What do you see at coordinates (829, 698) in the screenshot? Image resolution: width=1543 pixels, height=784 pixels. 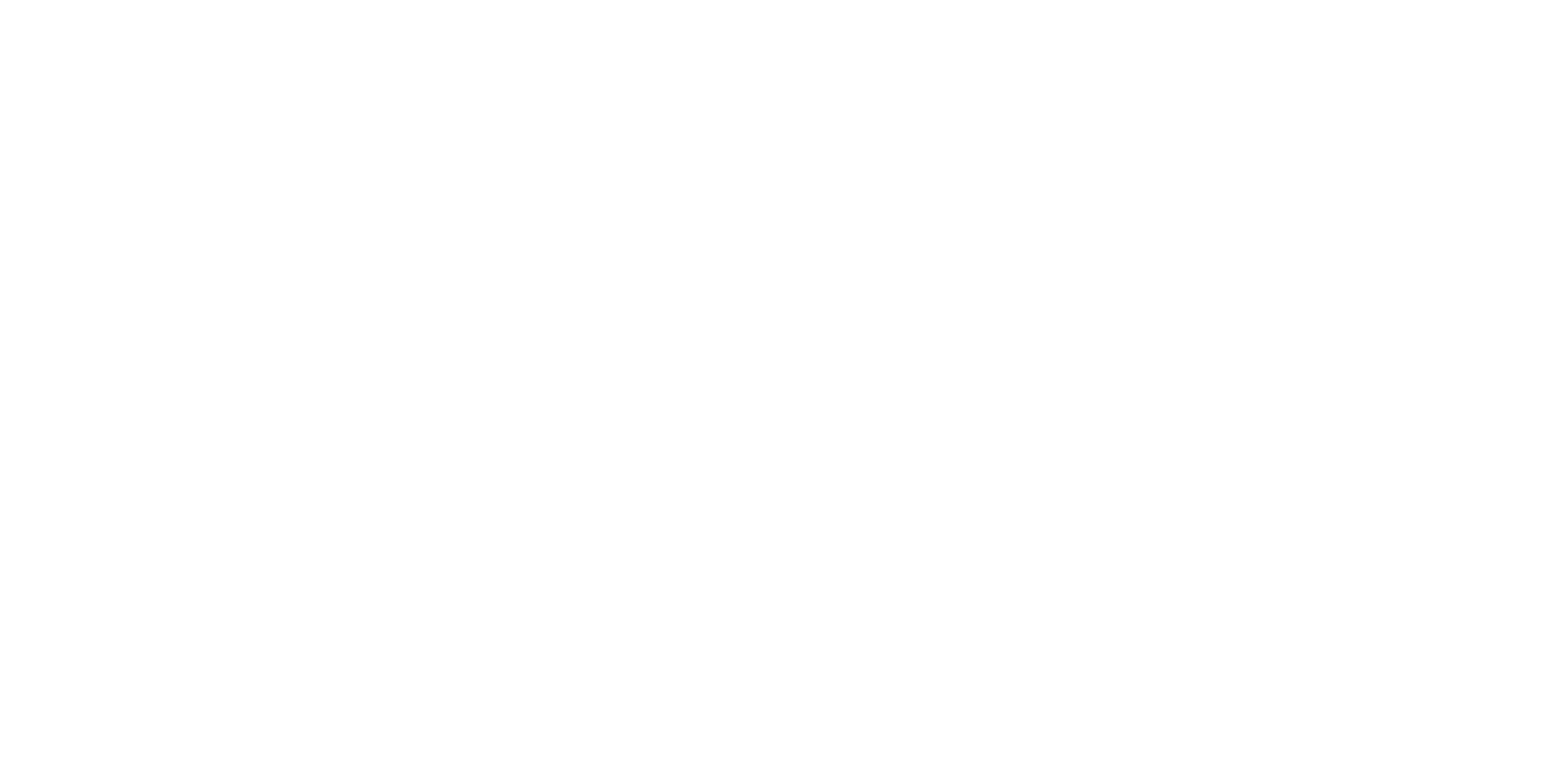 I see `'NHL.com is the official website of the National Hockey League. All NHL logos and marks and NHL team logos and marks depicted herein are the property of the NHL and the respective teams and may not be reproduced without the prior written consent of NHL Enterprises, L.P. © NHL 2023. All Rights Reserved. All NHL team jerseys customized with NHL players' names and numbers are officially licensed by the NHL and the NHLPA. The Zamboni word mark and configuration of the Zamboni ice resurfacing machine are registered trademarks of Frank J. Zamboni & Co., Inc.© Frank J. Zamboni & Co., Inc. 2023. All Rights Reserved. Any other third party trademarks or copyrights are the property of their respective owners. All rights reserved.'` at bounding box center [829, 698].